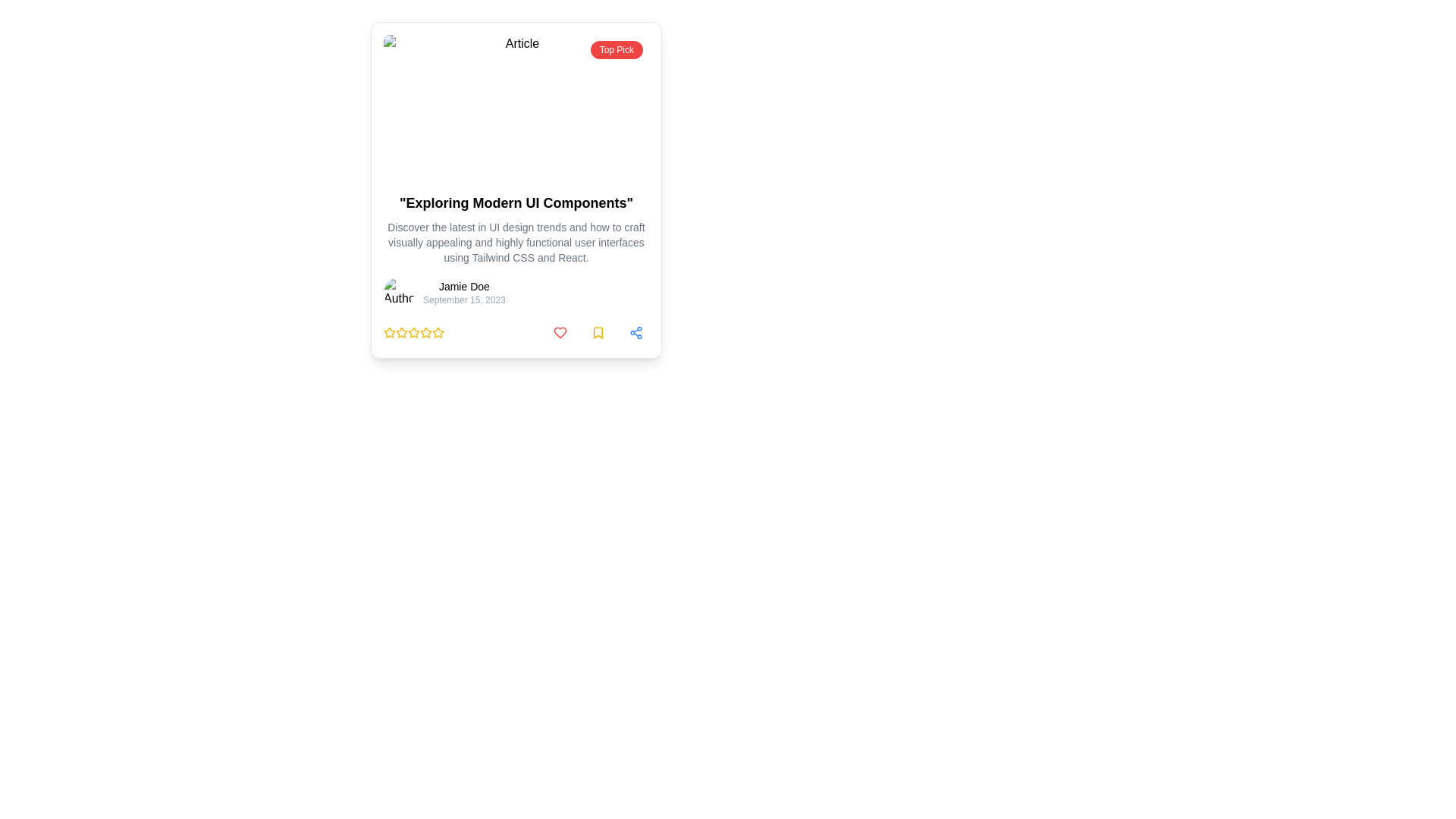 The image size is (1456, 819). What do you see at coordinates (560, 332) in the screenshot?
I see `the 'like' or 'favorite' button represented by a heart icon located at the bottom right of the article card` at bounding box center [560, 332].